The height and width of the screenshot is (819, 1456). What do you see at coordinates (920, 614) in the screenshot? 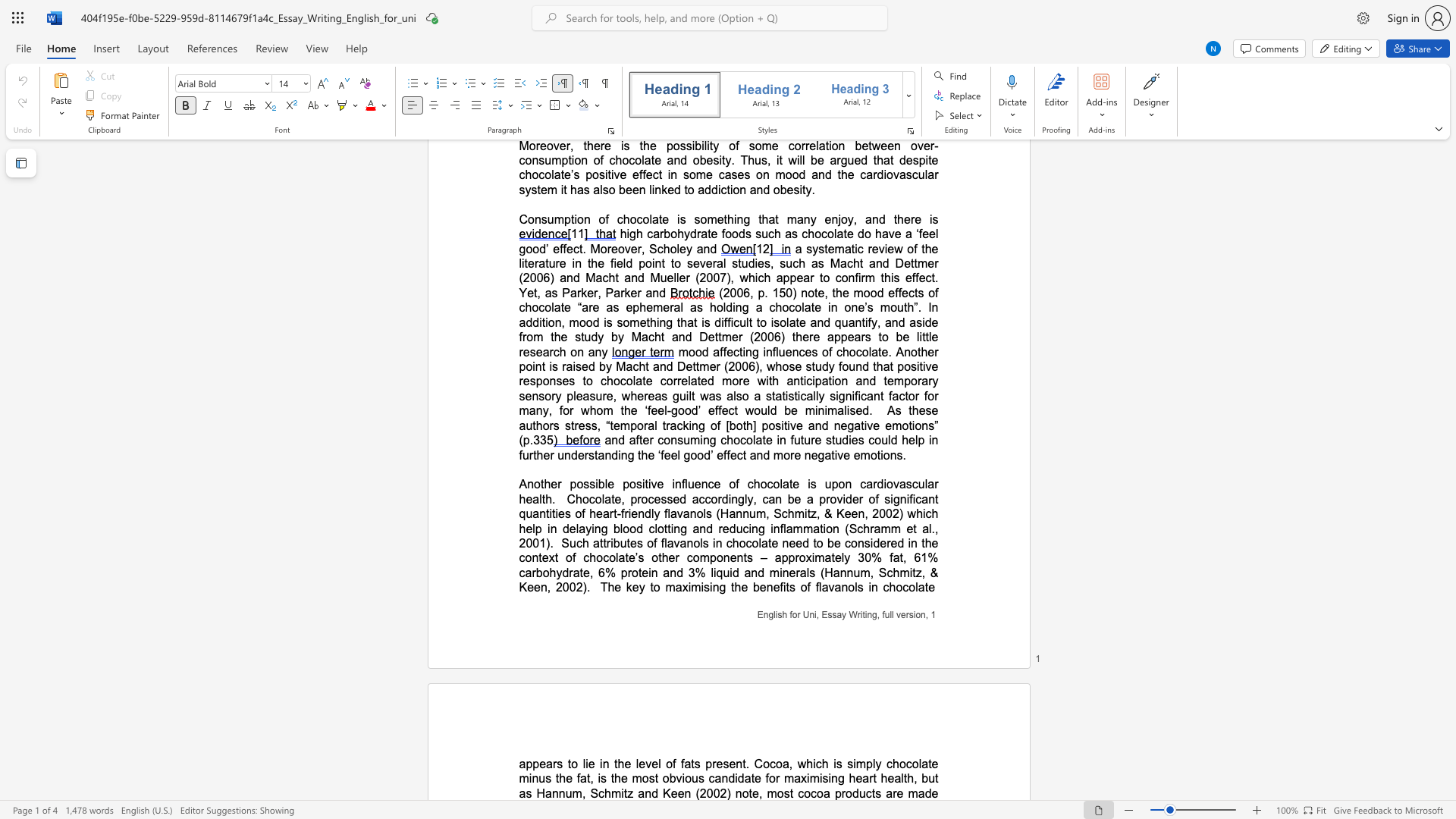
I see `the subset text "n," within the text "English for Uni, Essay Writing, full version,"` at bounding box center [920, 614].